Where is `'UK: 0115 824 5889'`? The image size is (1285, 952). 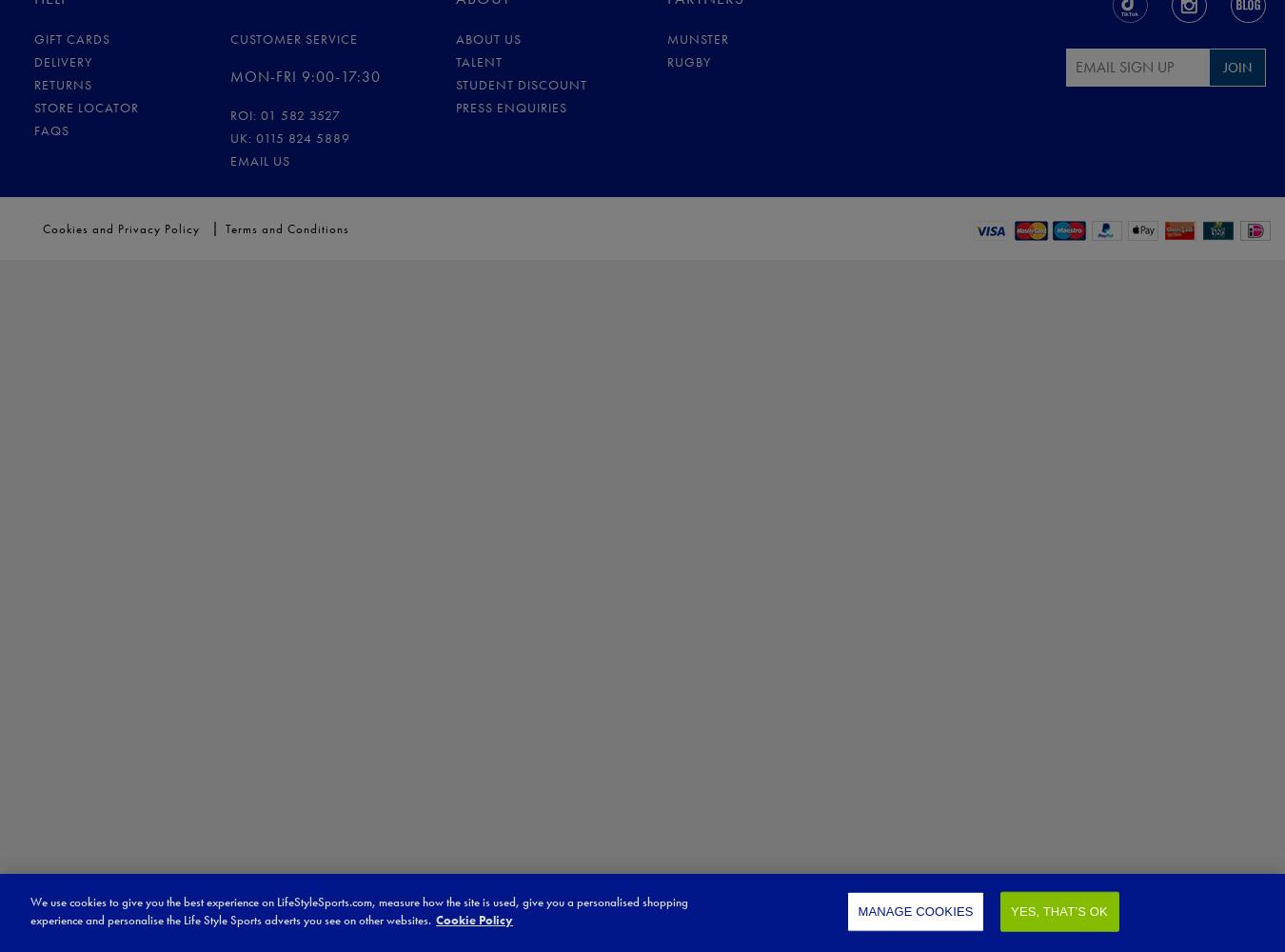 'UK: 0115 824 5889' is located at coordinates (288, 137).